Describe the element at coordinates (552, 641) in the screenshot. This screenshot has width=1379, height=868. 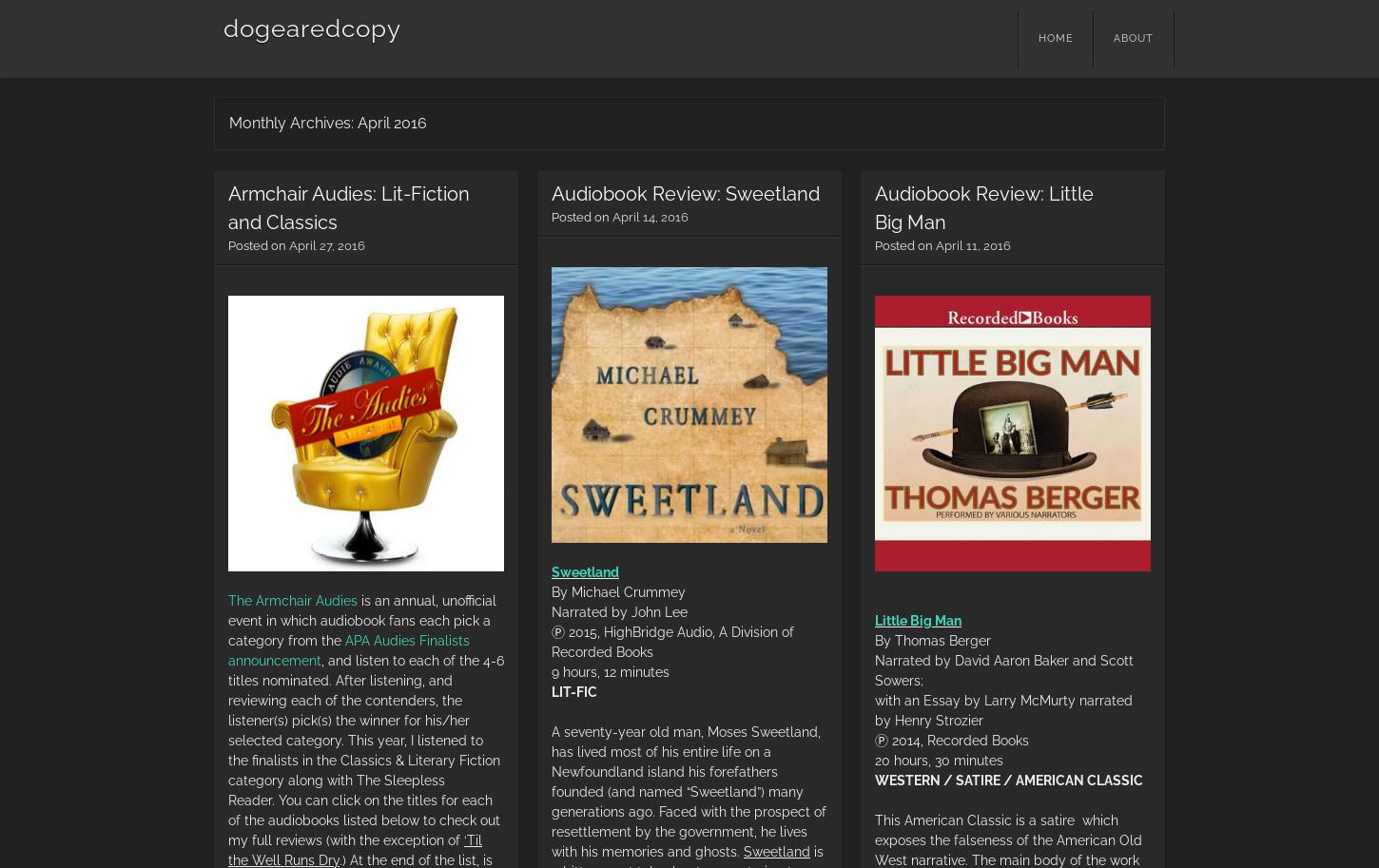
I see `'Ⓟ 2015, HighBridge Audio, A Division of Recorded Books'` at that location.